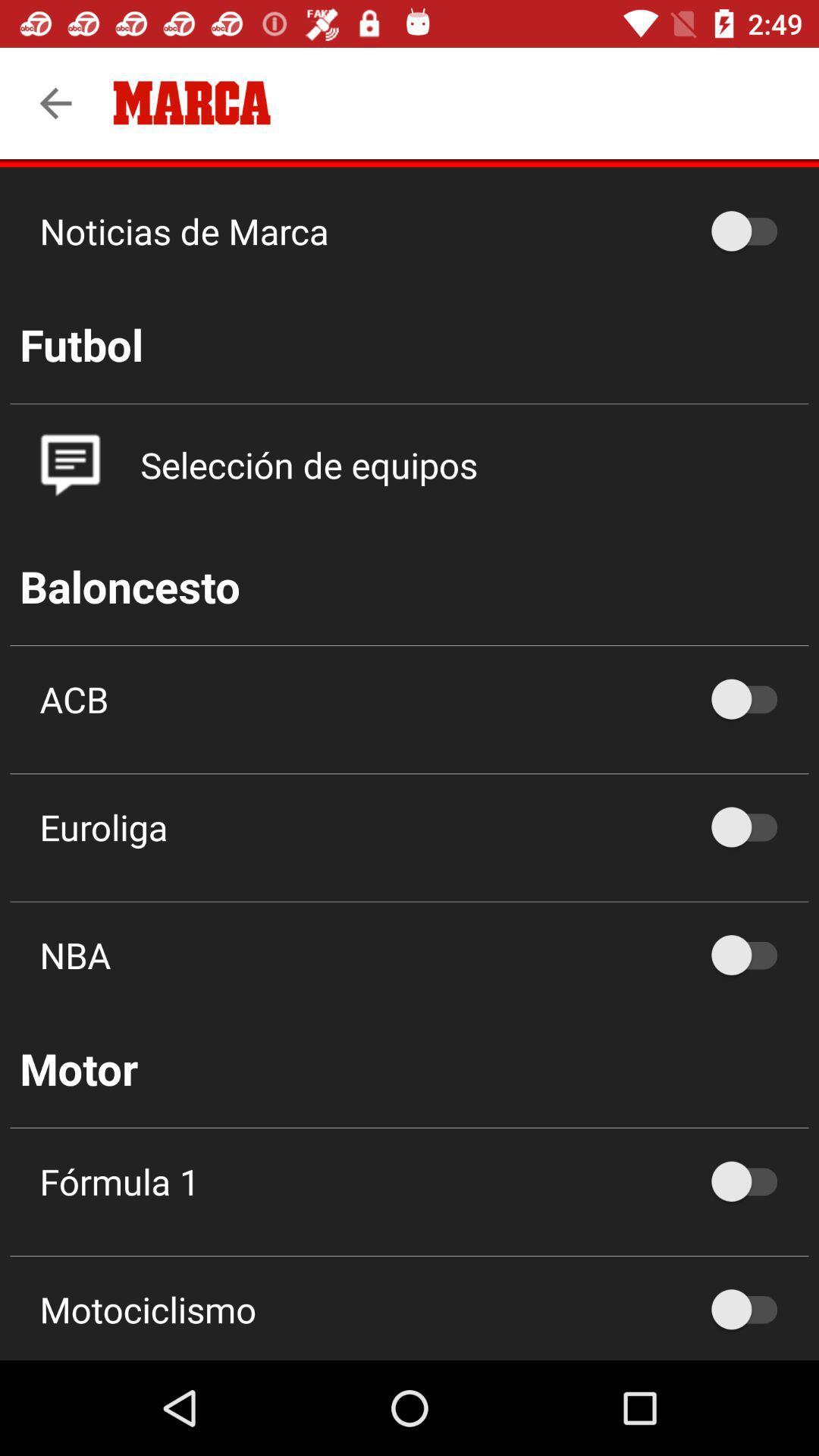  I want to click on off option, so click(752, 954).